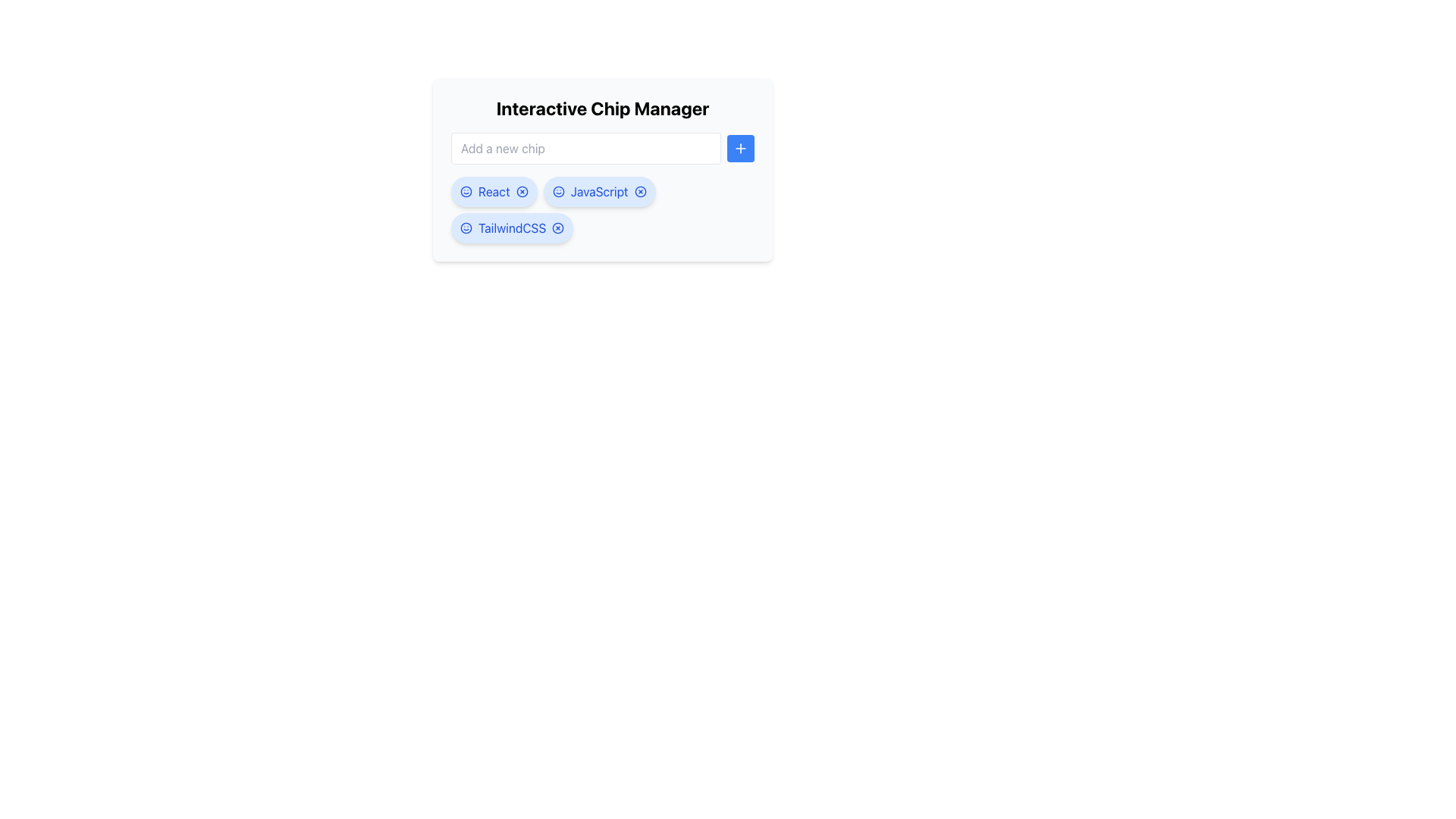 The width and height of the screenshot is (1456, 819). Describe the element at coordinates (465, 191) in the screenshot. I see `the smiling face icon located to the left of the 'React' text in the first chip of the 'Interactive Chip Manager' section` at that location.